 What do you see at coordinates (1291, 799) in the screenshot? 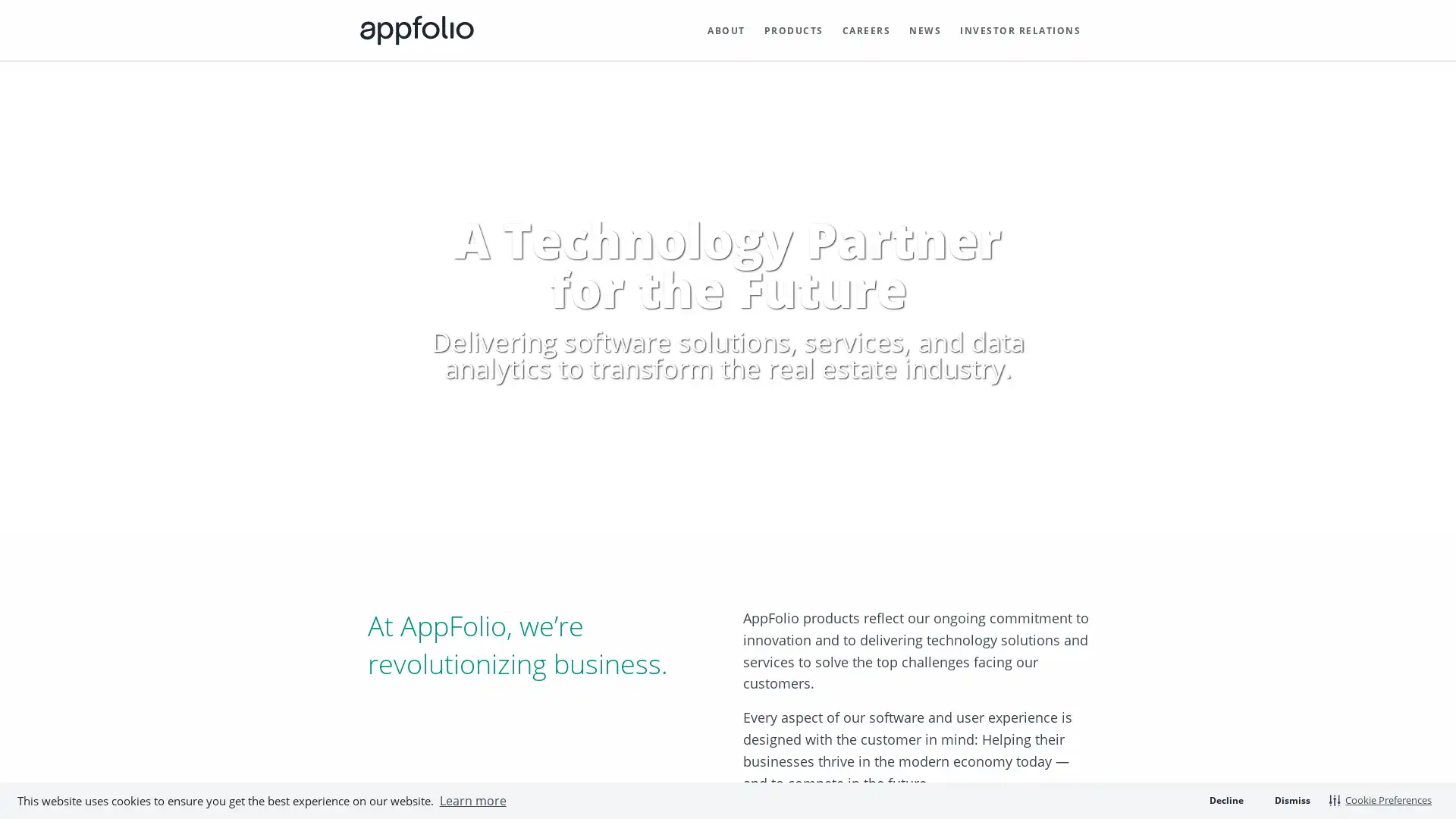
I see `dismiss cookie message` at bounding box center [1291, 799].